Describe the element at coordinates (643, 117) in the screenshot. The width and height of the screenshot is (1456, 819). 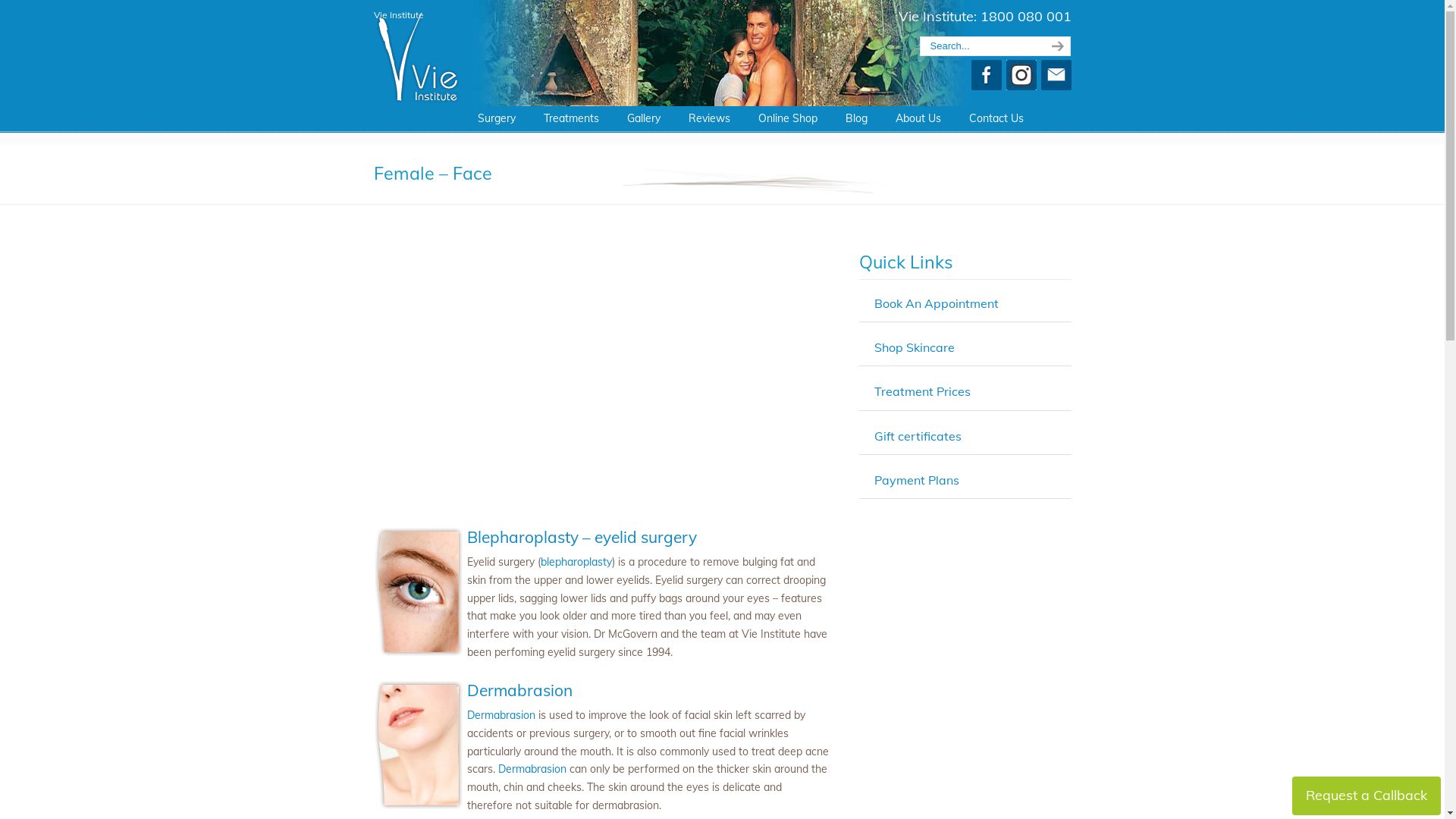
I see `'Gallery'` at that location.